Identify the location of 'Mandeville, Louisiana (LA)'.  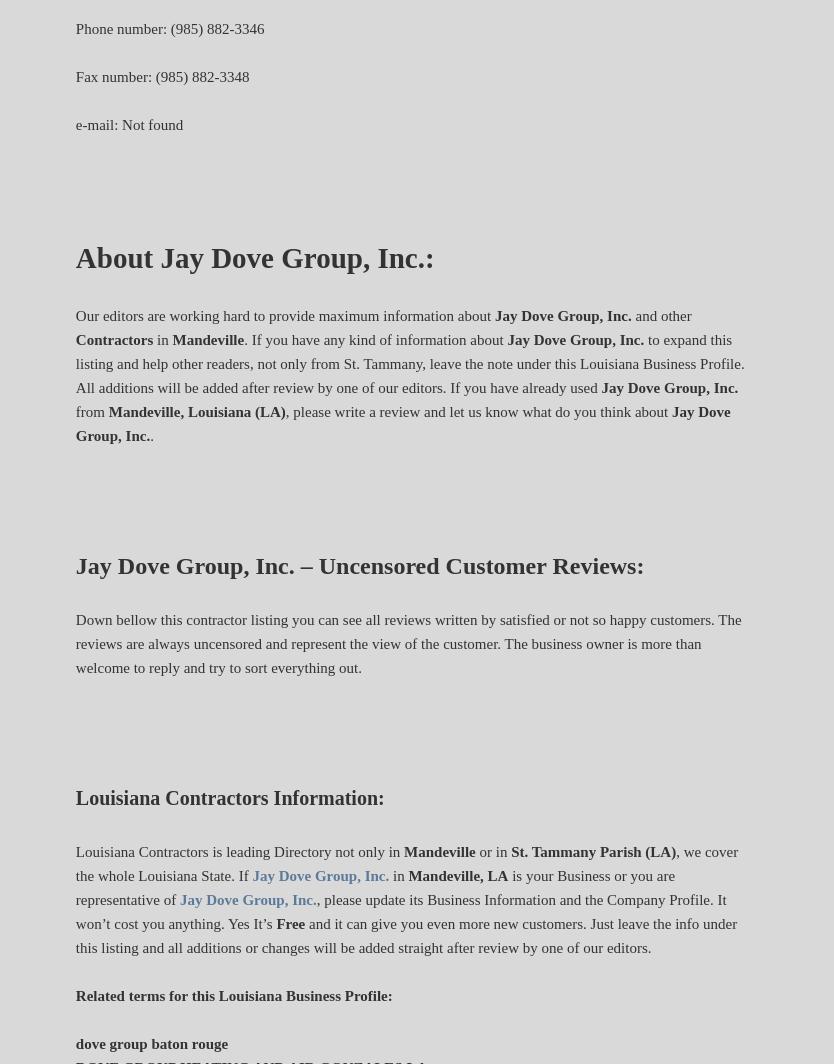
(196, 411).